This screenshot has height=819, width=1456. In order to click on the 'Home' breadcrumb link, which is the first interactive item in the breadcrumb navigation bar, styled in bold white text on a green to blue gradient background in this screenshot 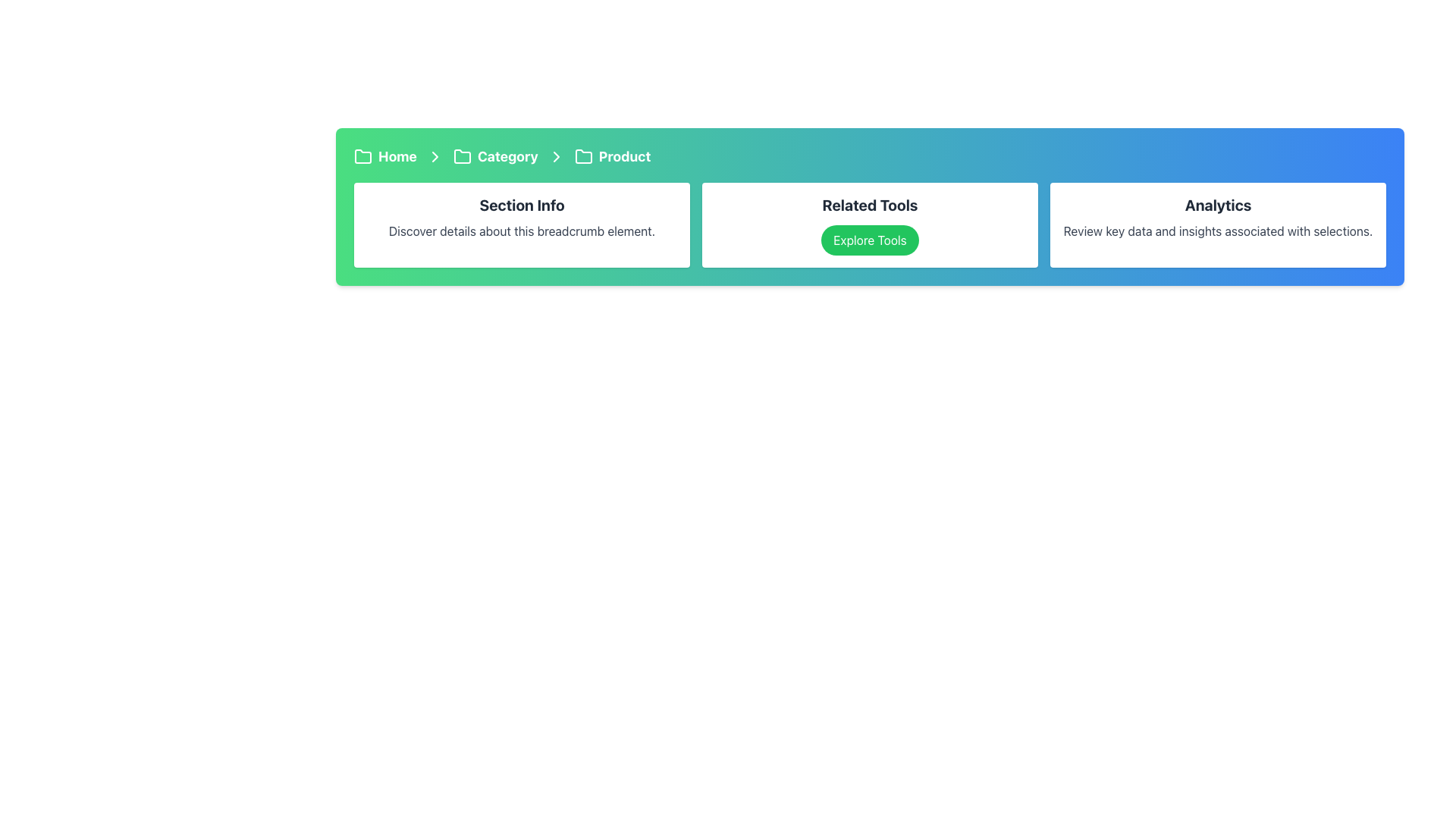, I will do `click(385, 157)`.